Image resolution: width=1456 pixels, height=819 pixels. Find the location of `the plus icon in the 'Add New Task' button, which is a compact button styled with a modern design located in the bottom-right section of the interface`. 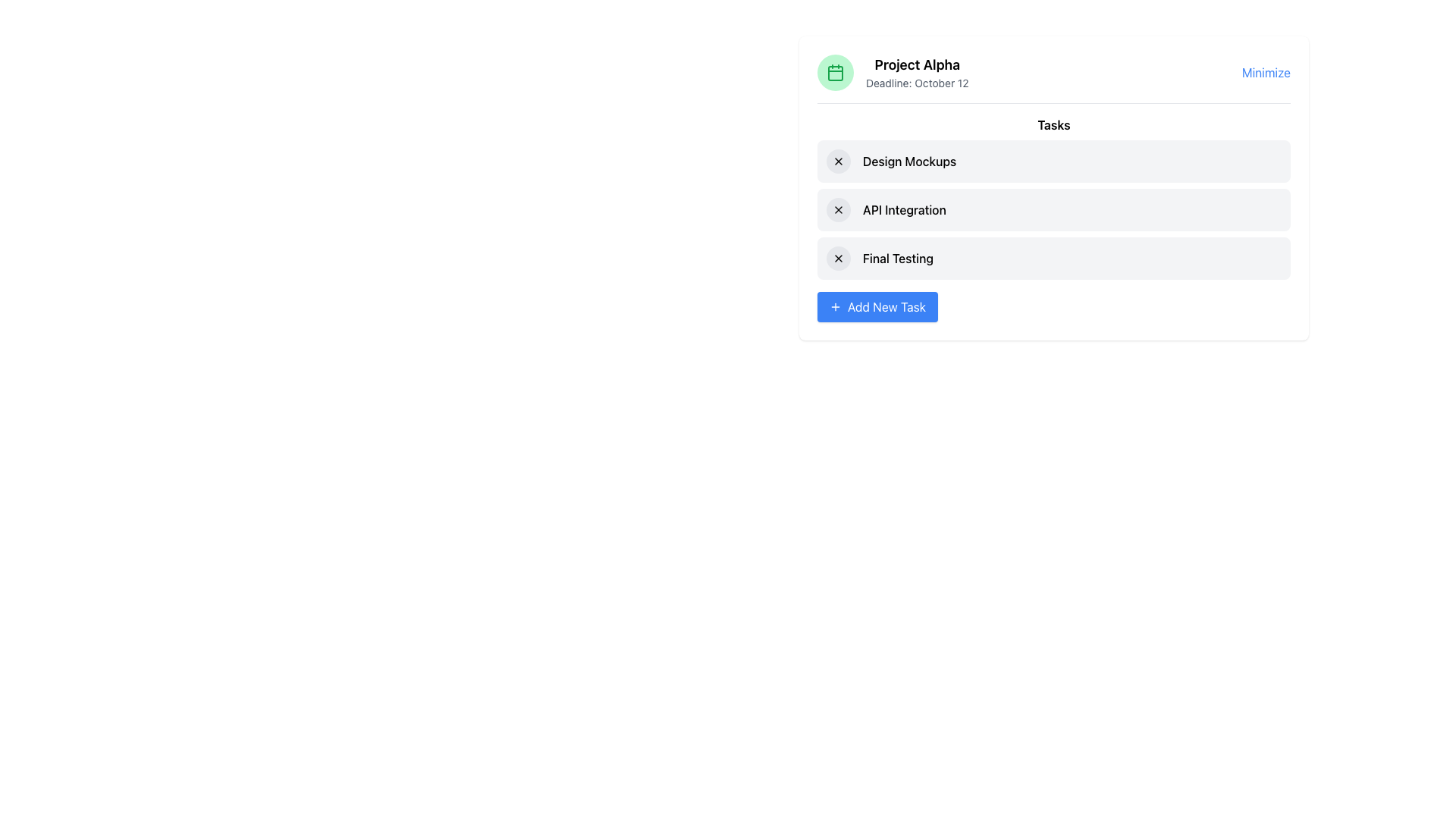

the plus icon in the 'Add New Task' button, which is a compact button styled with a modern design located in the bottom-right section of the interface is located at coordinates (835, 307).